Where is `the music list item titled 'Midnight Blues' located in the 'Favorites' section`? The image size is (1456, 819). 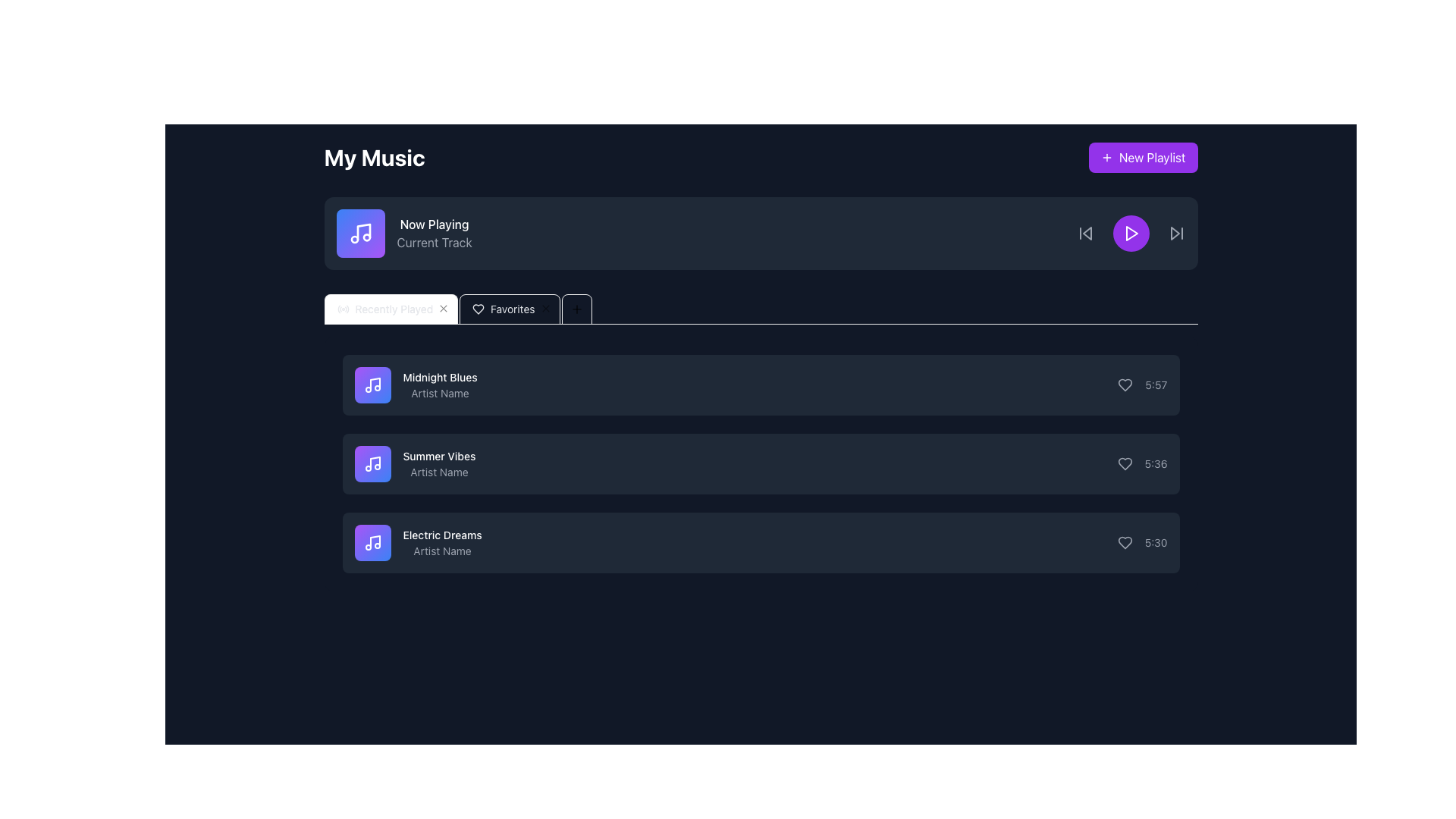 the music list item titled 'Midnight Blues' located in the 'Favorites' section is located at coordinates (761, 384).